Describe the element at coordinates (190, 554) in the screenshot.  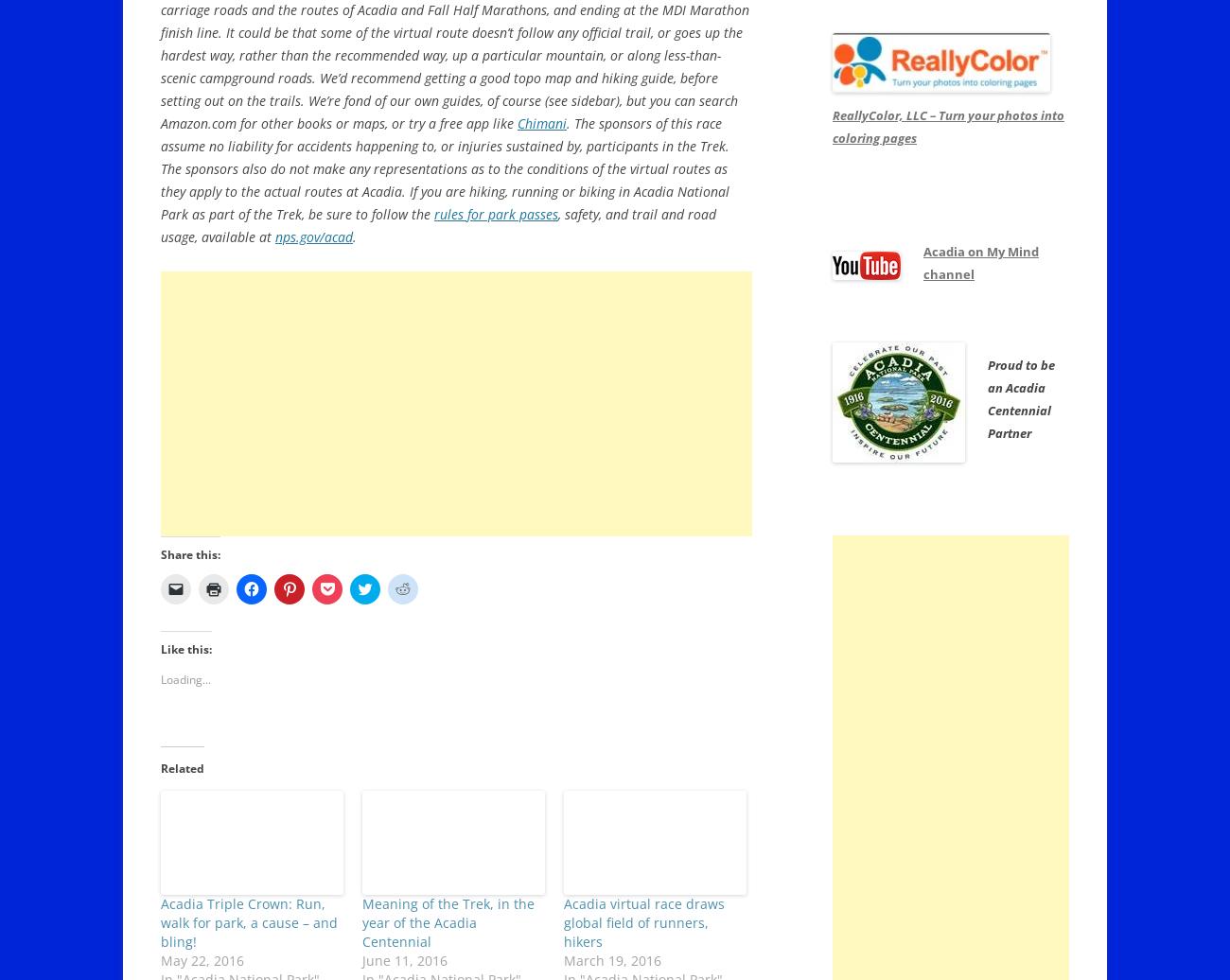
I see `'Share this:'` at that location.